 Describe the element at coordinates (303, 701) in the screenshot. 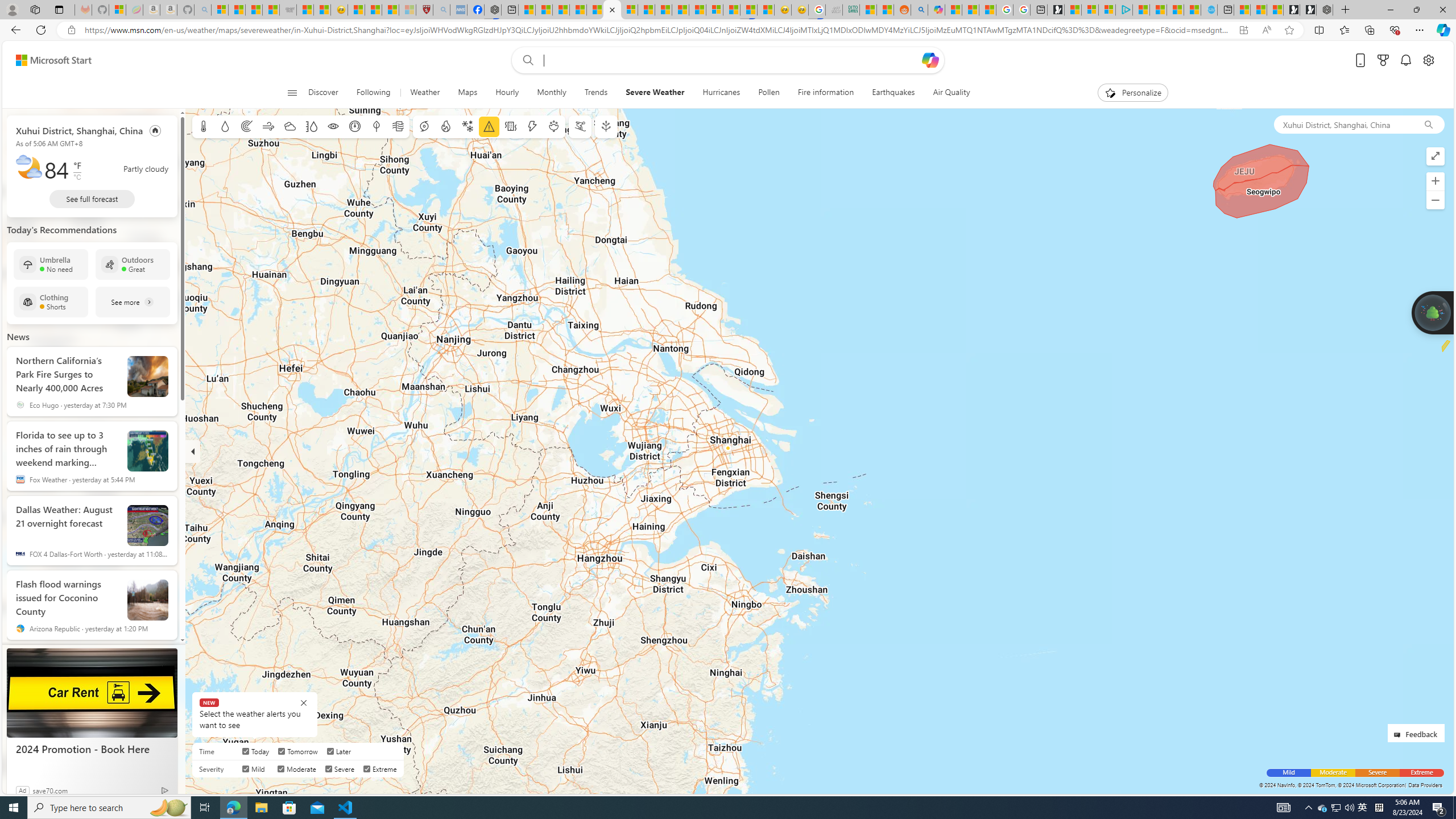

I see `'Class: BubbleMessageCloseIcon-DS-EntryPoint1-1'` at that location.